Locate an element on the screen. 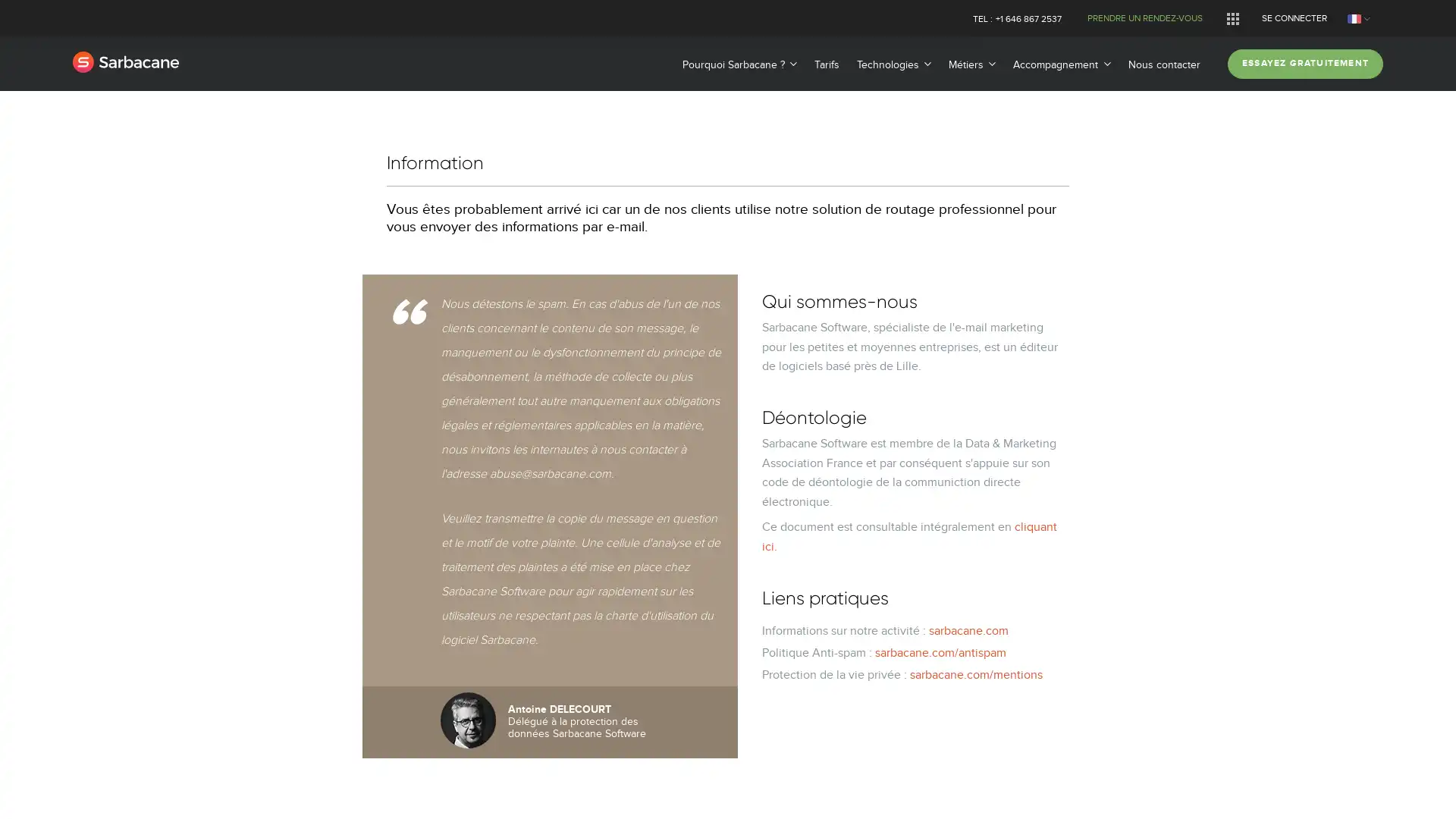 The width and height of the screenshot is (1456, 819). Je choisis is located at coordinates (728, 513).